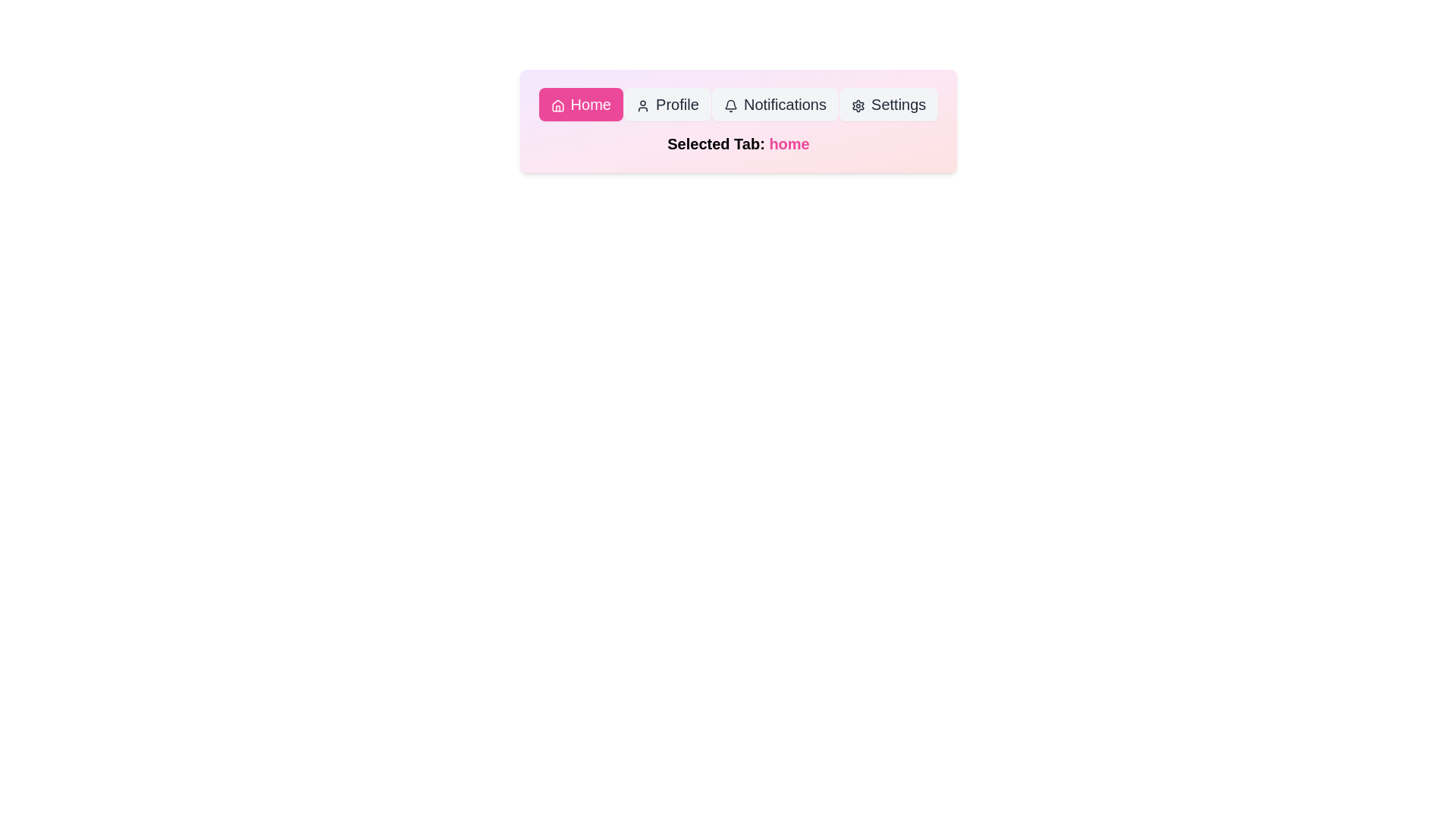 This screenshot has width=1456, height=819. I want to click on the 'Home' button, which visually represents the 'Home' tab and is the leftmost navigation icon on the top navigation bar, so click(557, 105).